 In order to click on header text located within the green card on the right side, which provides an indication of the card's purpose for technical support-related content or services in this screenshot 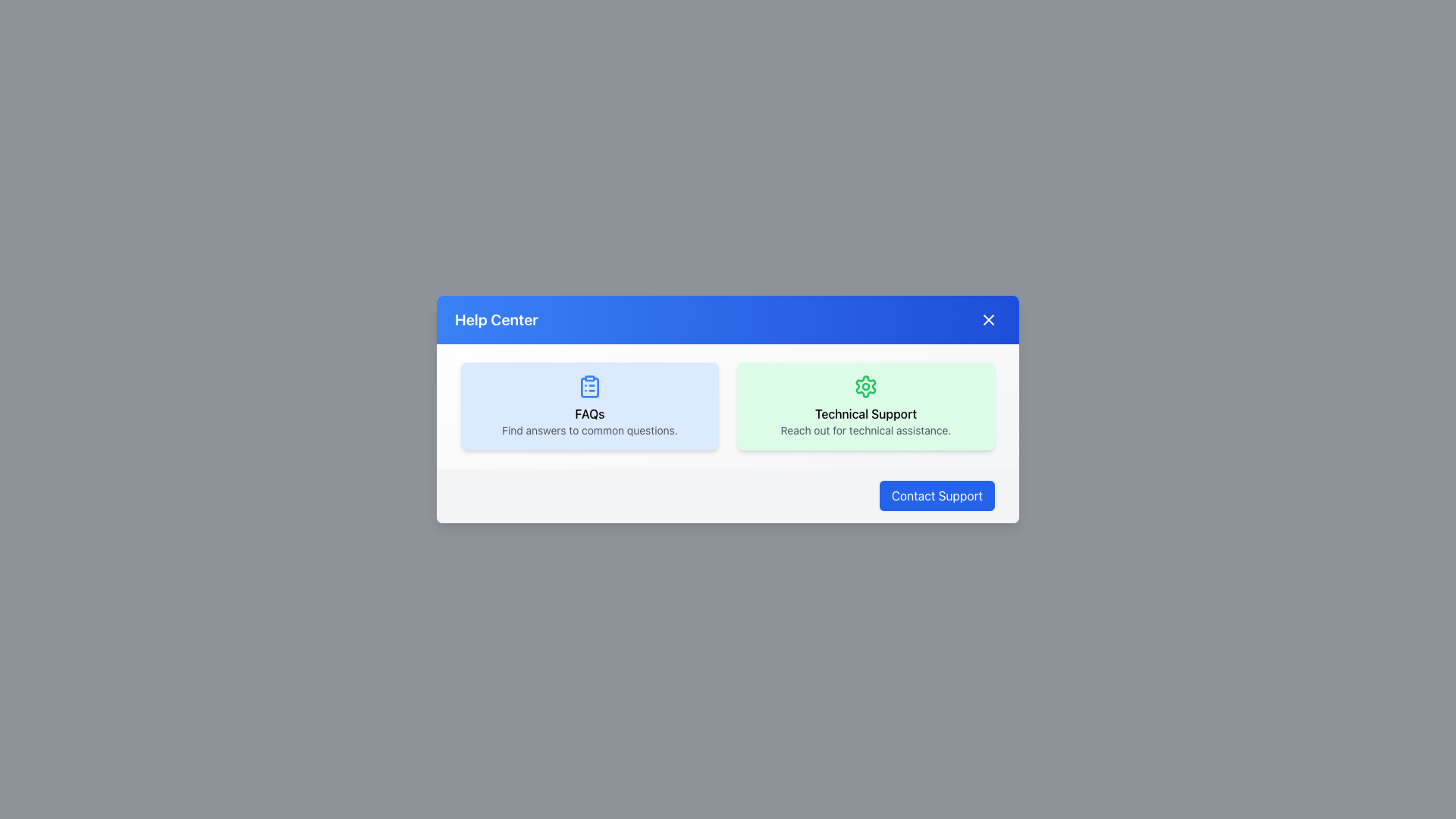, I will do `click(866, 414)`.